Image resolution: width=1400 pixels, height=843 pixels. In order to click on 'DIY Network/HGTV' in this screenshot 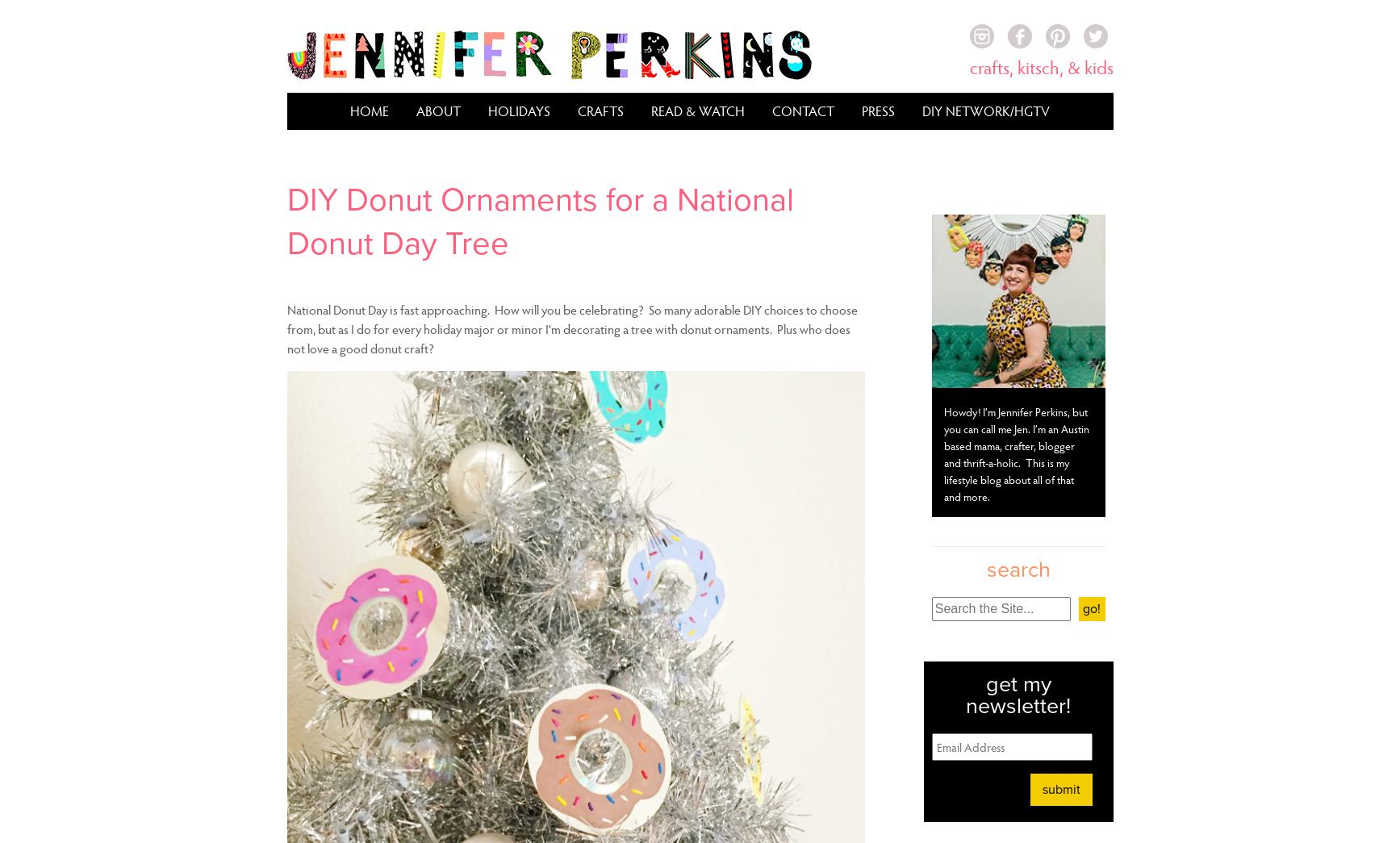, I will do `click(984, 110)`.